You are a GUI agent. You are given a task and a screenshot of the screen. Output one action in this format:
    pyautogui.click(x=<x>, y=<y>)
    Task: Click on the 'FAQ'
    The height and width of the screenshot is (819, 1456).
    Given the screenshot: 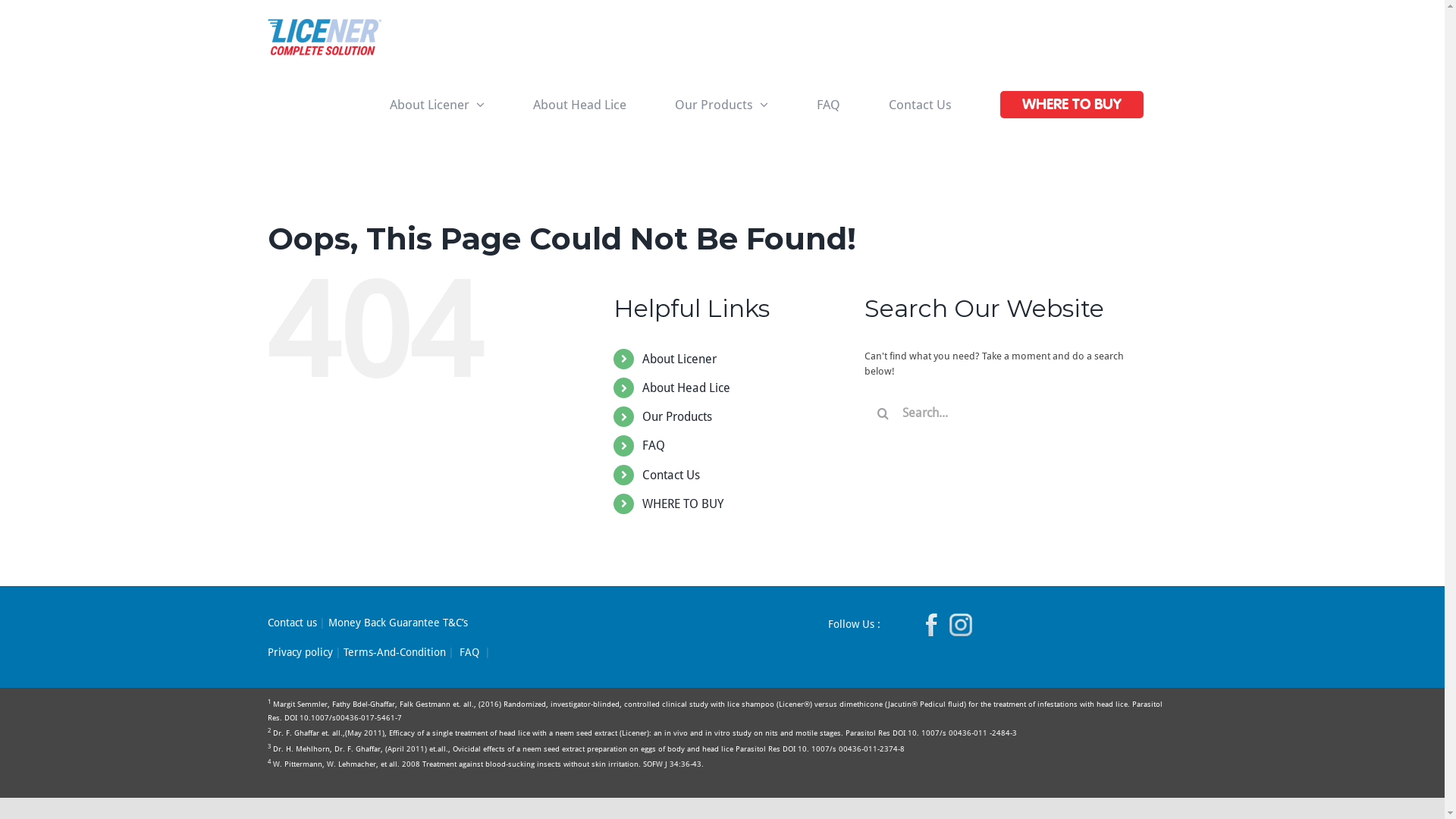 What is the action you would take?
    pyautogui.click(x=654, y=444)
    